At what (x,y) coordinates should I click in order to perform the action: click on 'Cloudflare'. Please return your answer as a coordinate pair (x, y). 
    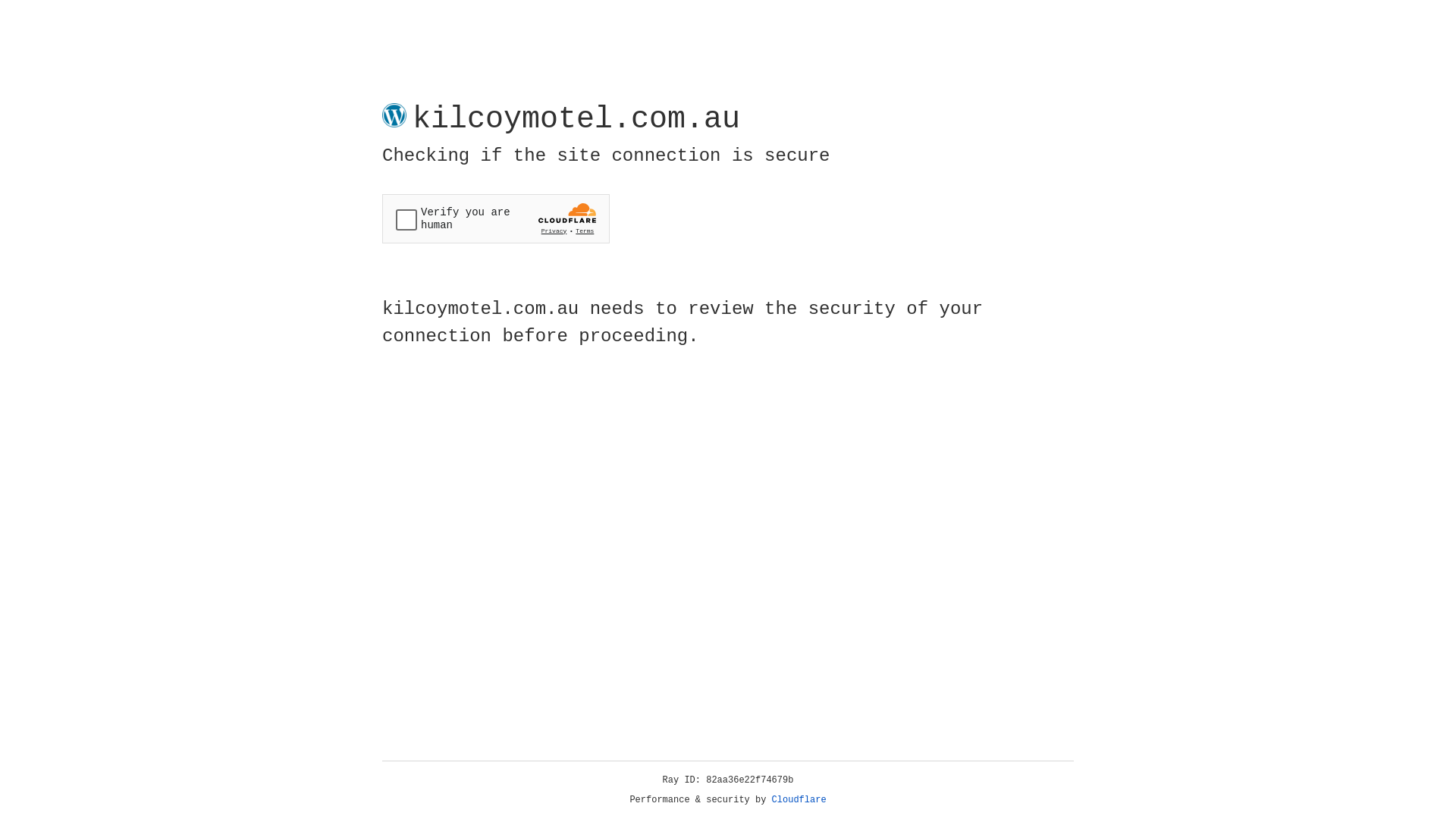
    Looking at the image, I should click on (799, 799).